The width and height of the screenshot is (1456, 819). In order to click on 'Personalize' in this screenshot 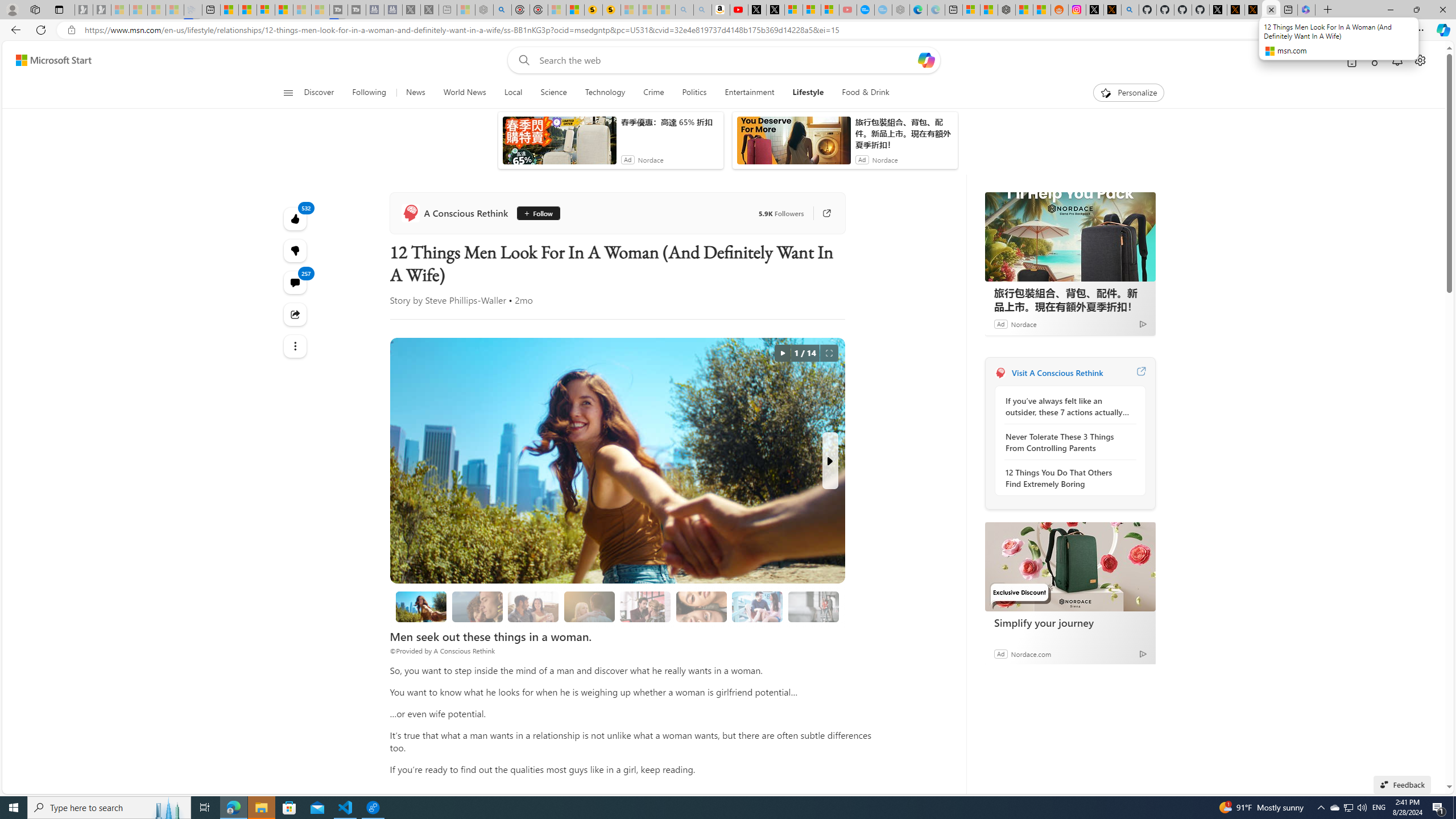, I will do `click(1128, 92)`.